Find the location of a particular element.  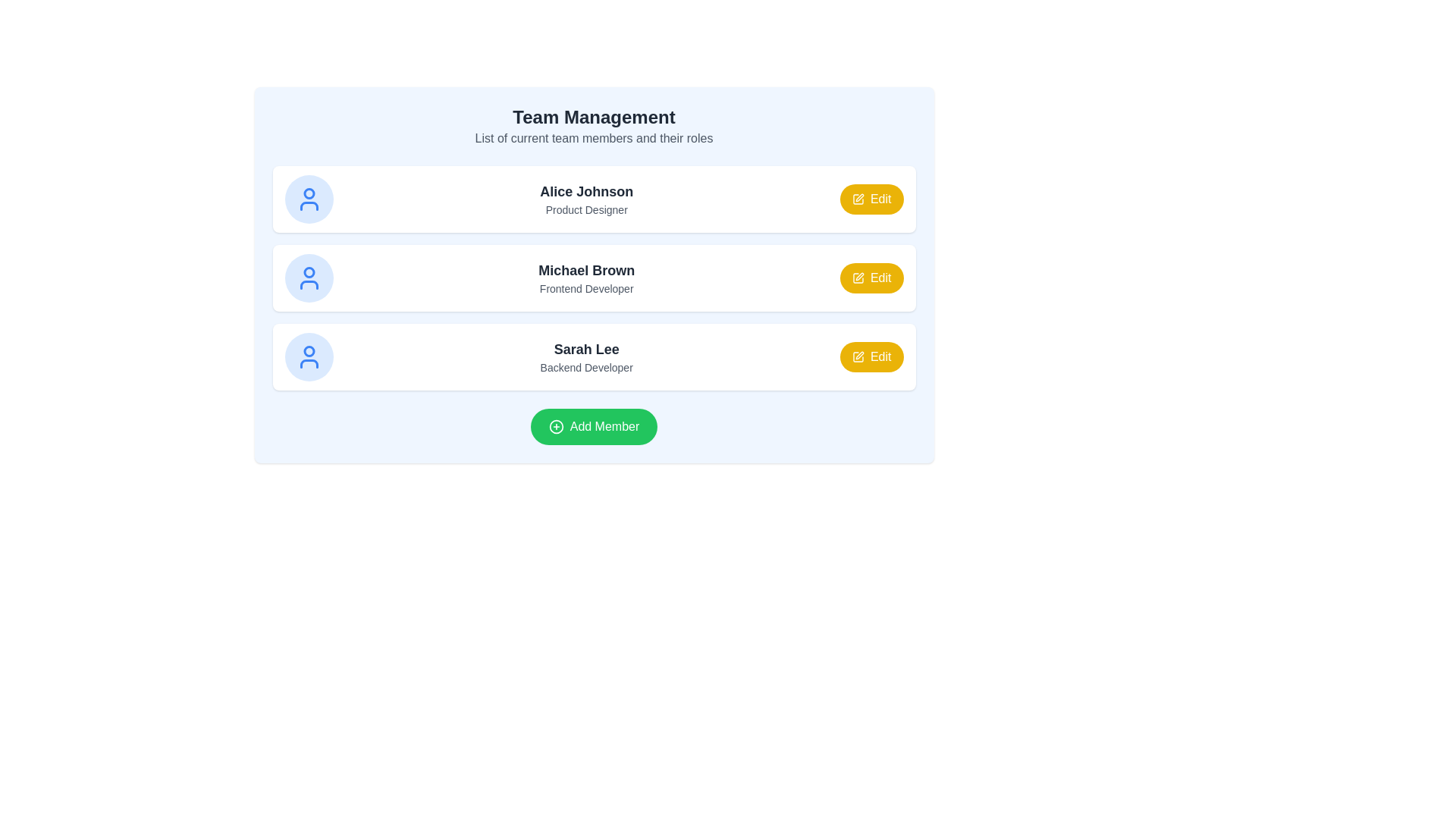

the SVG icon styled as a pen or edit tool within the yellow 'Edit' button for the team member 'Alice Johnson, Product Designer' is located at coordinates (858, 198).